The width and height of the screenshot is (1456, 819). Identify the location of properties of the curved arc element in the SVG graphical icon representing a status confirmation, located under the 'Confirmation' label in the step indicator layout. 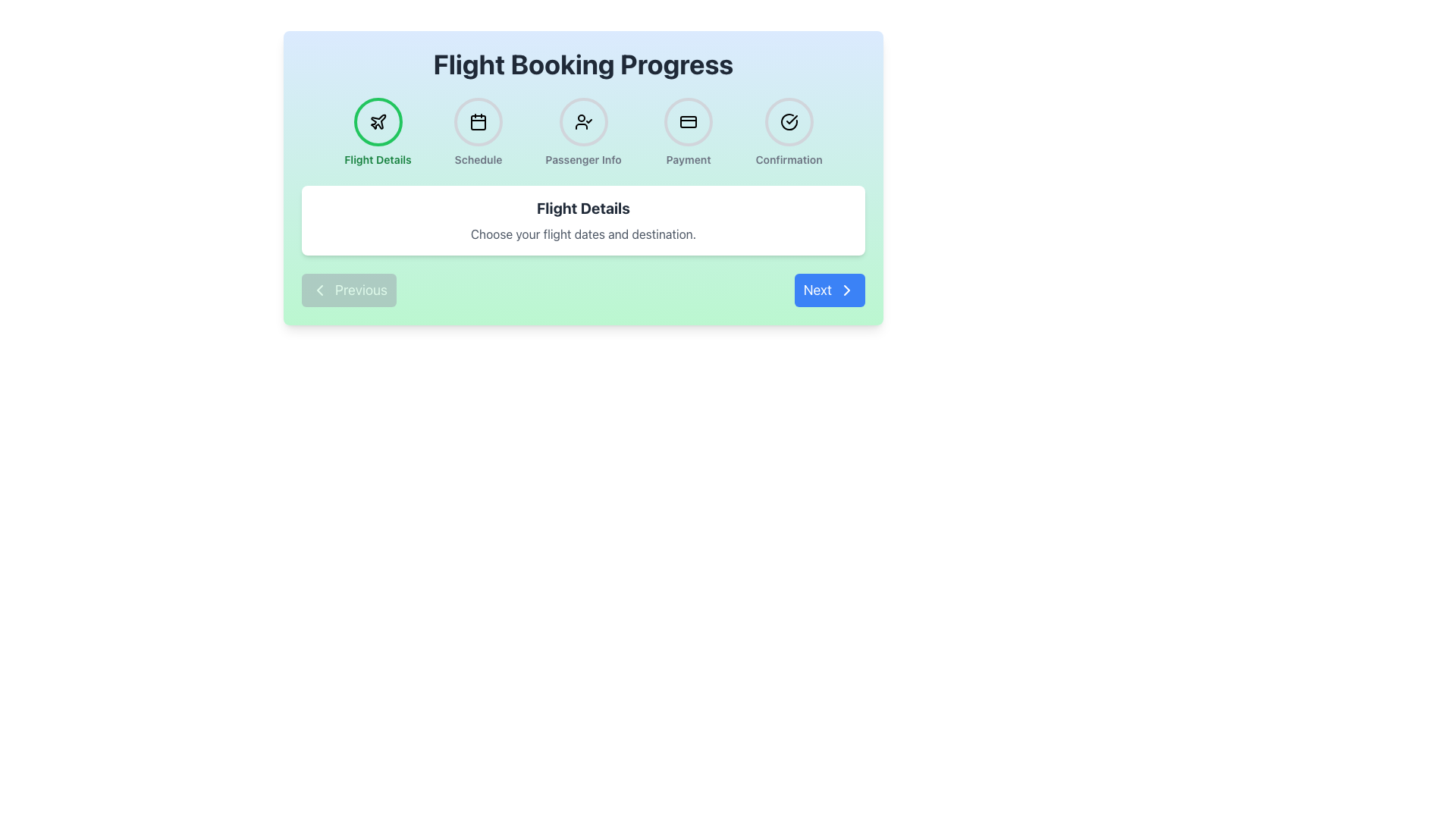
(789, 121).